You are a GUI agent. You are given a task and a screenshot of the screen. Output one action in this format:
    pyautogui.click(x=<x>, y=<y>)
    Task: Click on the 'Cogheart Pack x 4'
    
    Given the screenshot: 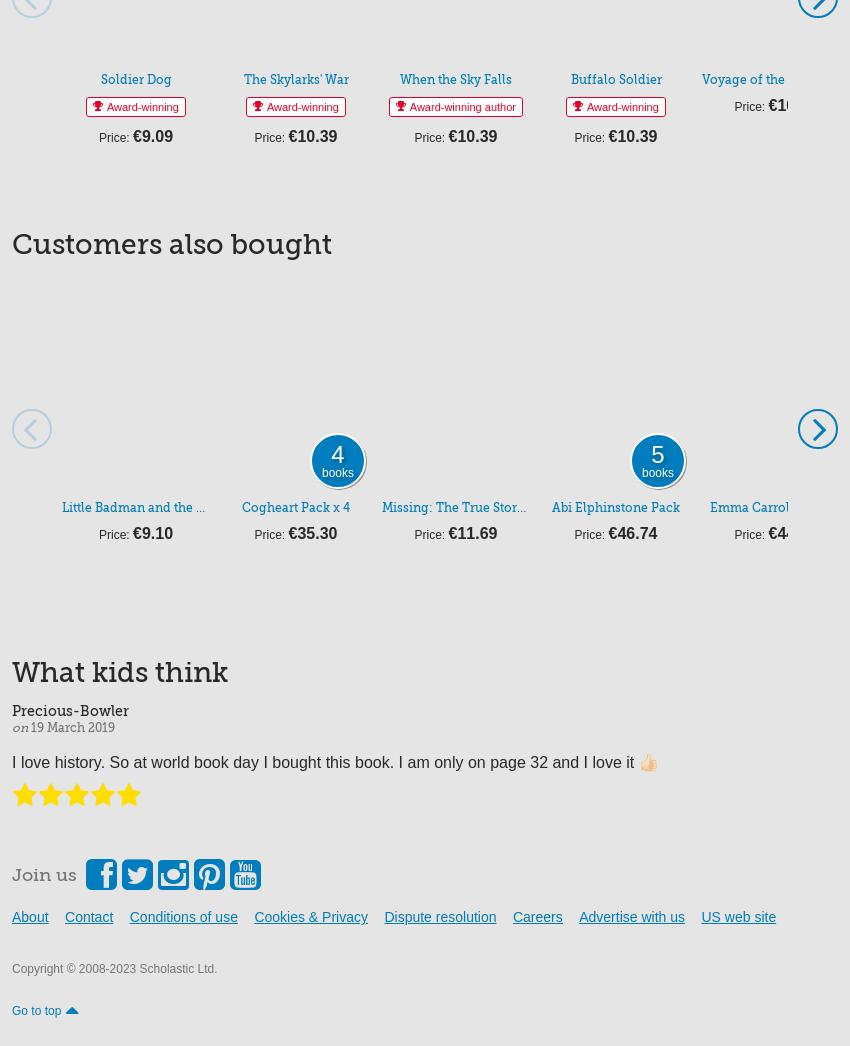 What is the action you would take?
    pyautogui.click(x=241, y=506)
    